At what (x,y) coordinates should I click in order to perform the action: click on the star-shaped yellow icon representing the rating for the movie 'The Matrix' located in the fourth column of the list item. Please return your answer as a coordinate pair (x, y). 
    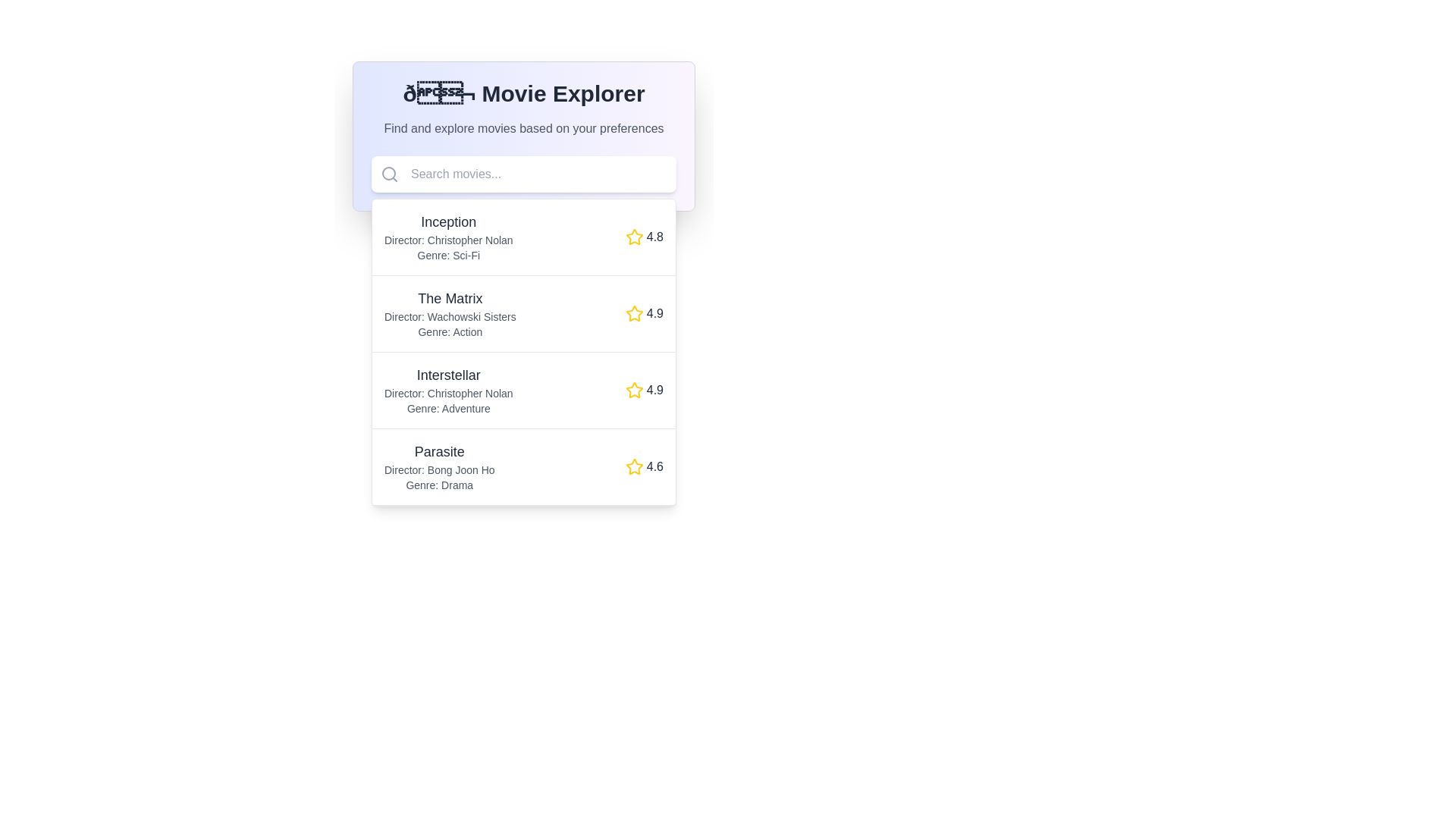
    Looking at the image, I should click on (634, 312).